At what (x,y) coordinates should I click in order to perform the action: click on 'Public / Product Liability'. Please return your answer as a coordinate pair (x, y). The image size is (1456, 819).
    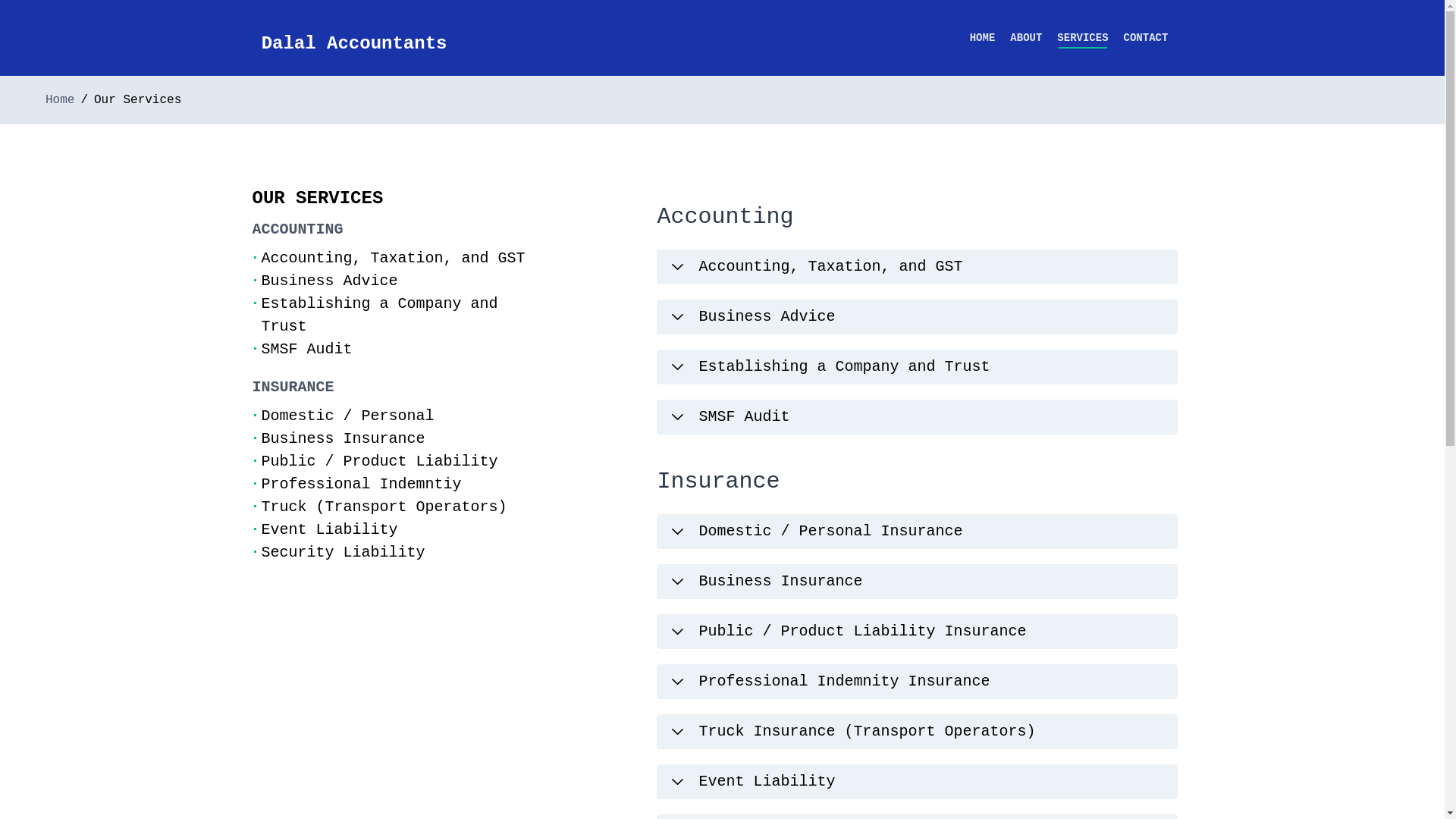
    Looking at the image, I should click on (378, 460).